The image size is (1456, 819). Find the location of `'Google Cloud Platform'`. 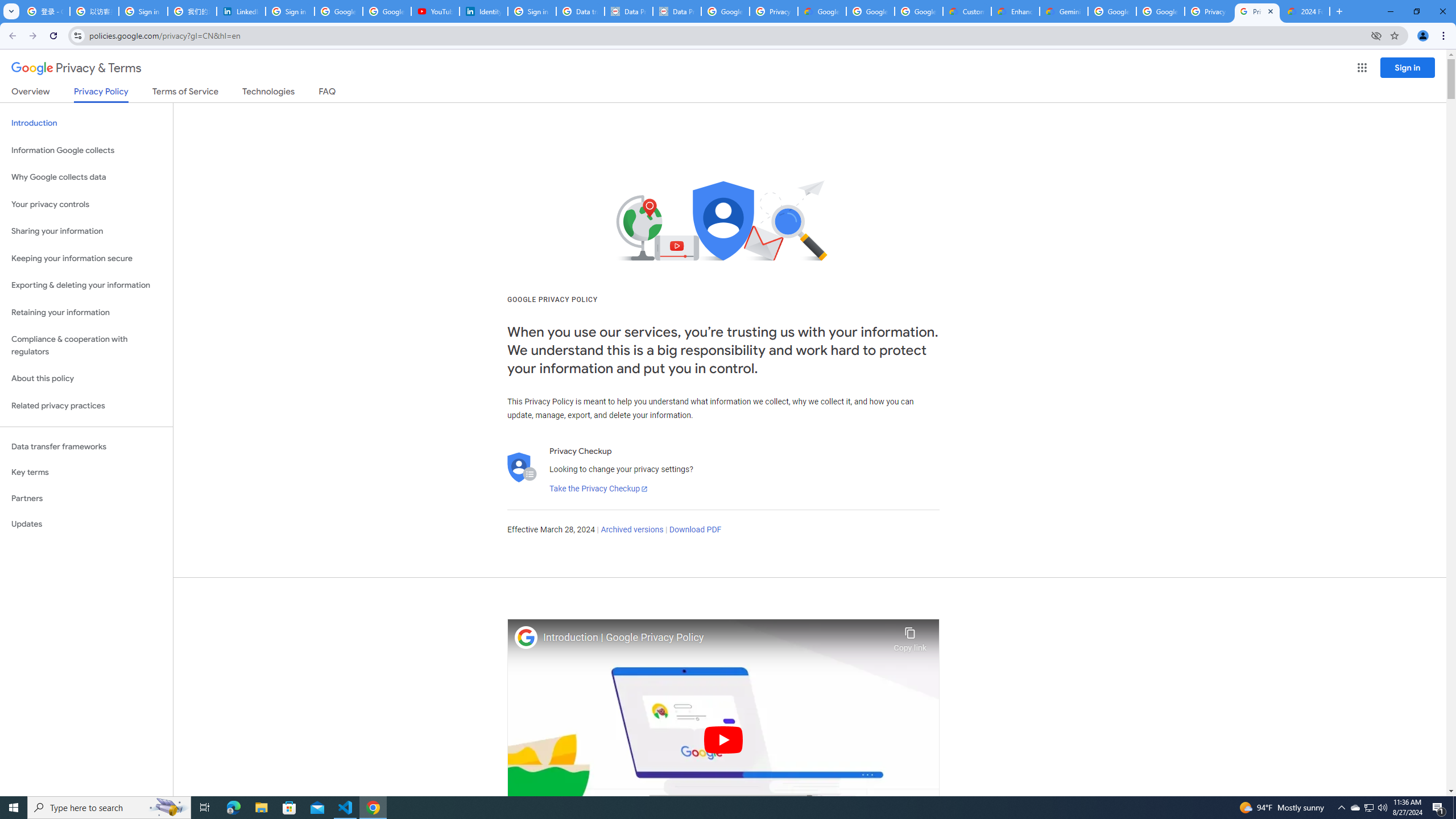

'Google Cloud Platform' is located at coordinates (1111, 11).